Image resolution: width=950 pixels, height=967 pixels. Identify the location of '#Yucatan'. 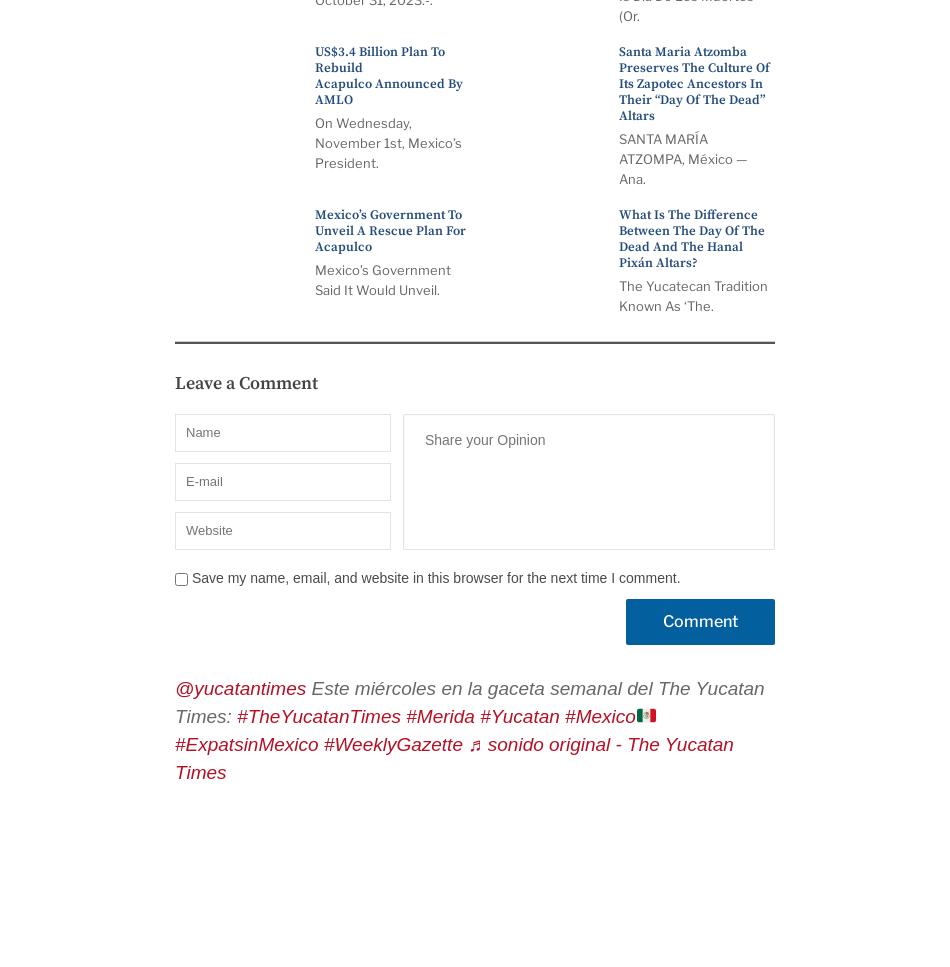
(519, 715).